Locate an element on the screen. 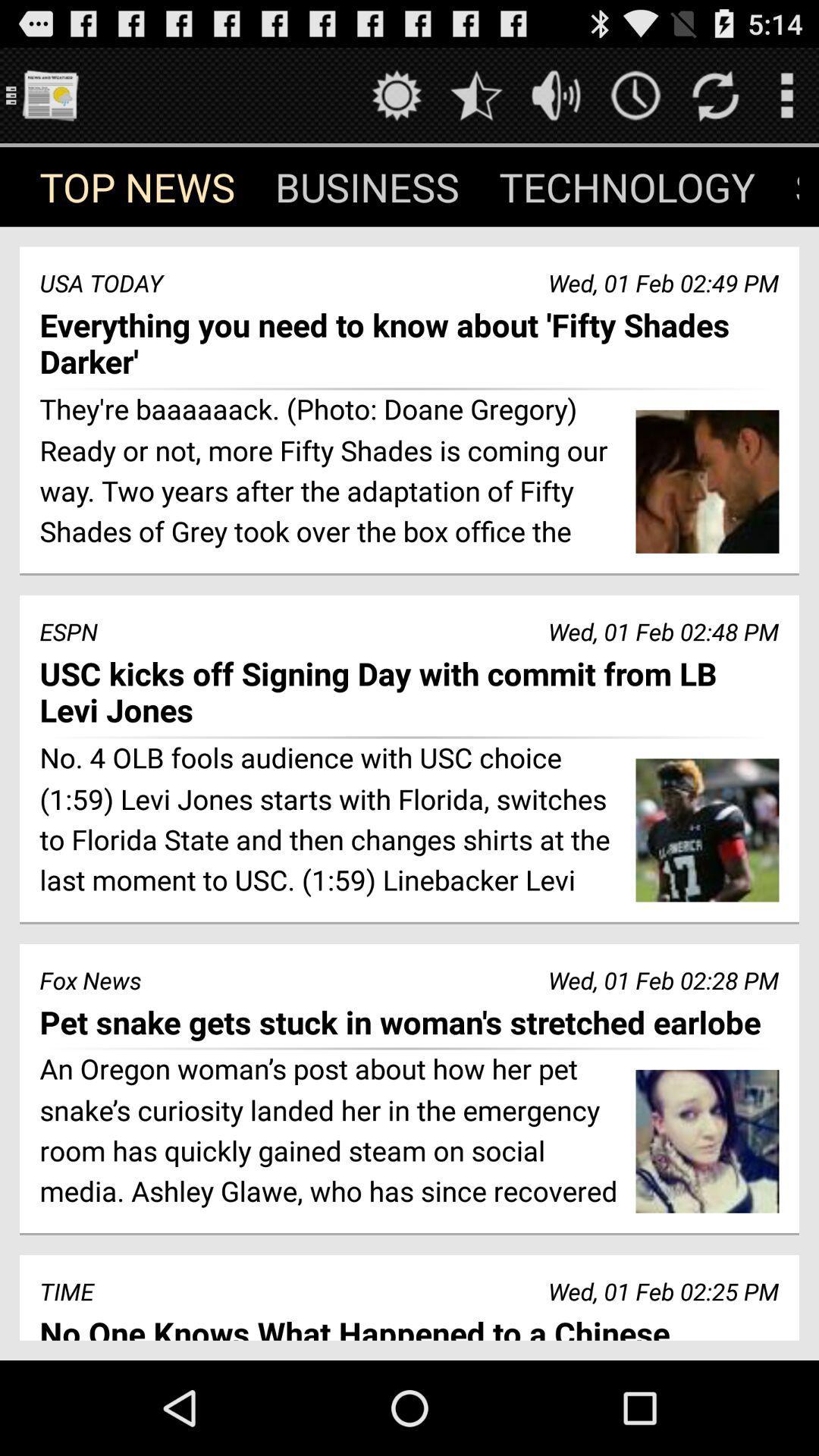 The image size is (819, 1456). the time icon is located at coordinates (635, 101).